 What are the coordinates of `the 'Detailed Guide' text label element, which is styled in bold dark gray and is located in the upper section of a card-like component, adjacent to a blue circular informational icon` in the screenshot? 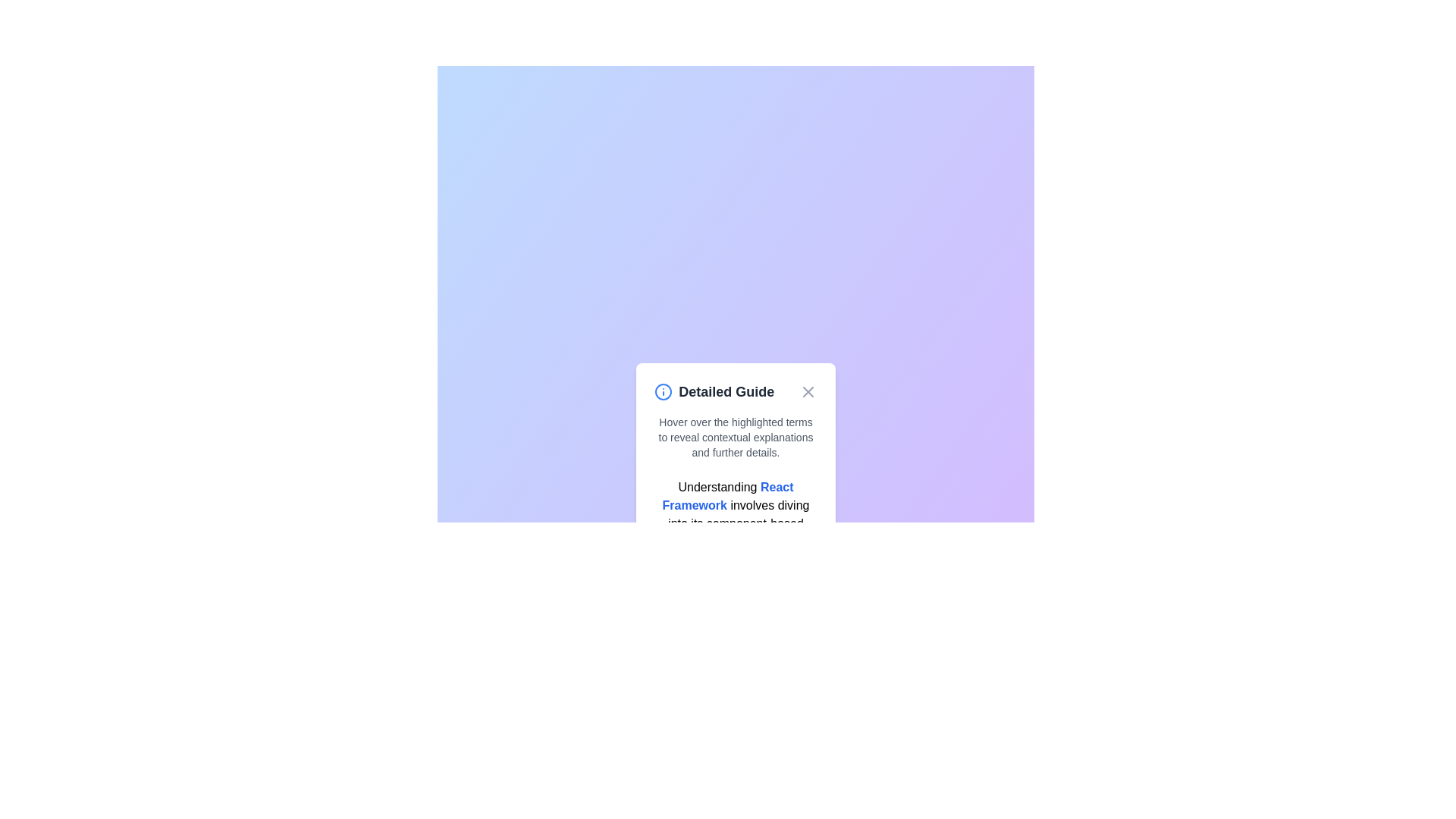 It's located at (714, 391).